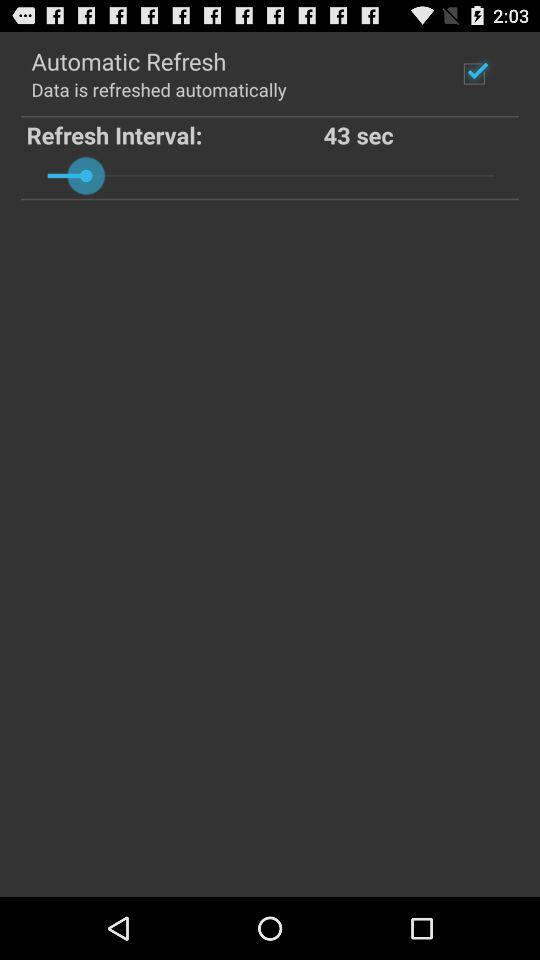  Describe the element at coordinates (473, 73) in the screenshot. I see `the item next to data is refreshed app` at that location.